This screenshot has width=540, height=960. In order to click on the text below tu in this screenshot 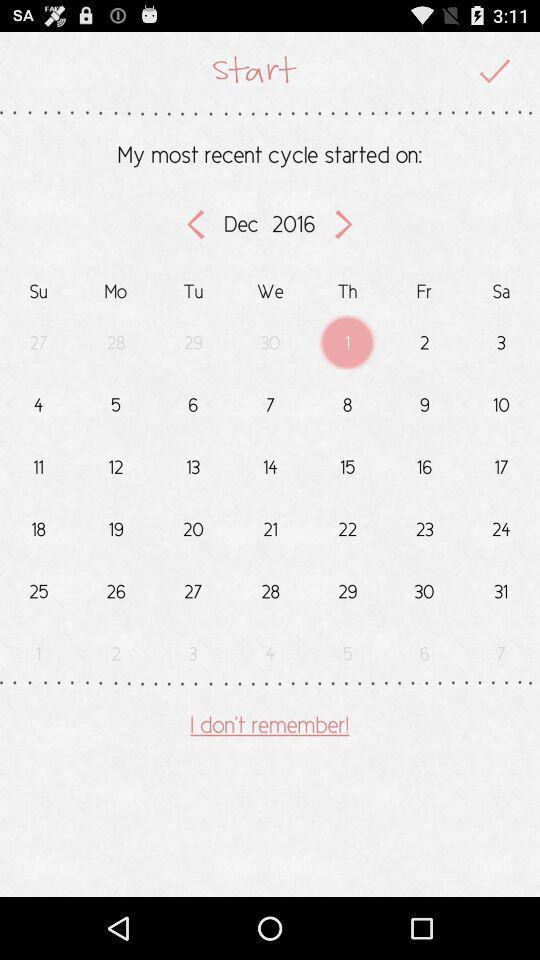, I will do `click(193, 342)`.